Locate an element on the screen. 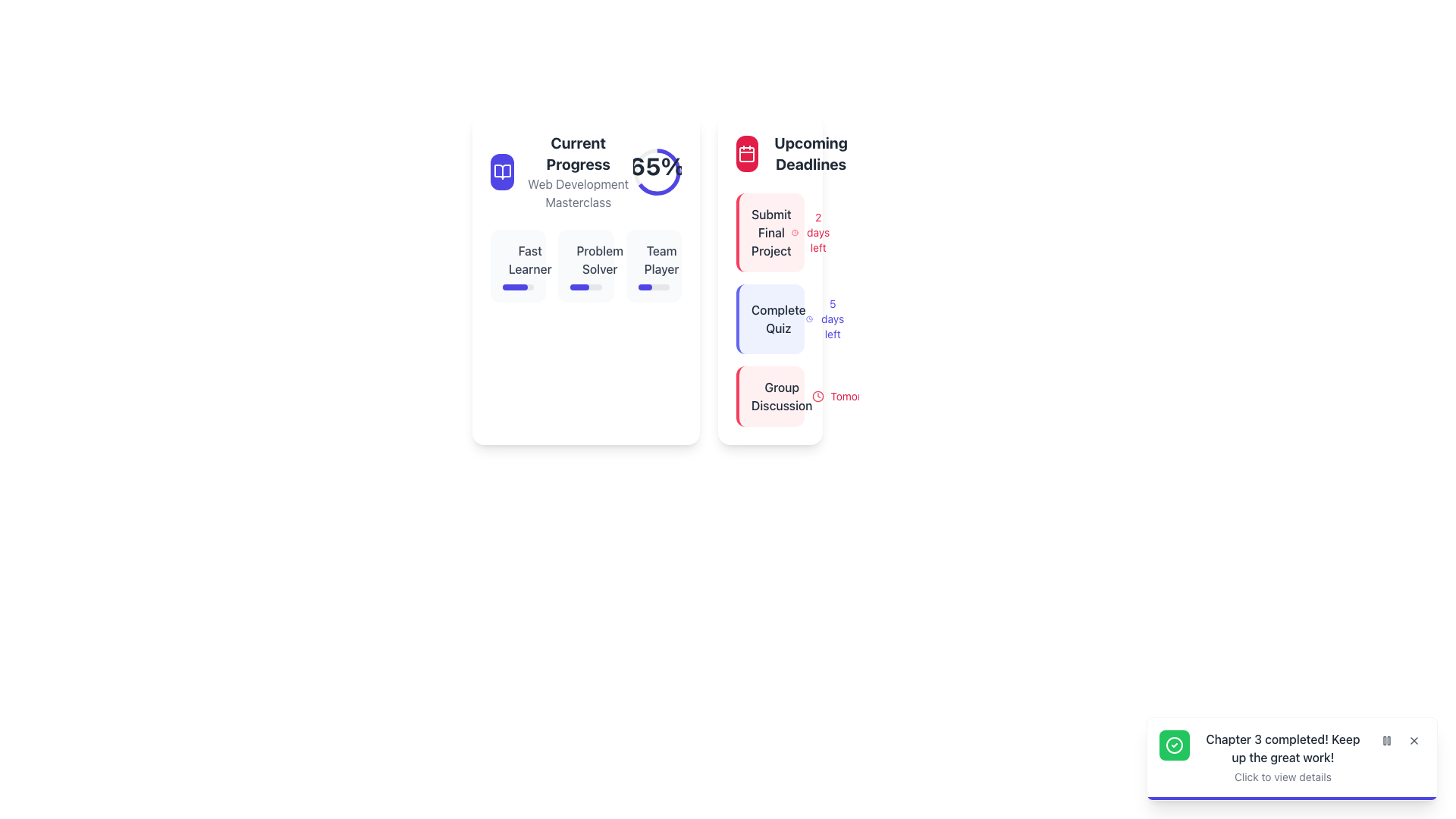 This screenshot has width=1456, height=819. the 'Tomorrow' text label, which indicates the time frame for an event, located in the 'Upcoming Deadlines' card, positioned to the right of the clock icon and under the 'Group Discussion' entry is located at coordinates (855, 396).